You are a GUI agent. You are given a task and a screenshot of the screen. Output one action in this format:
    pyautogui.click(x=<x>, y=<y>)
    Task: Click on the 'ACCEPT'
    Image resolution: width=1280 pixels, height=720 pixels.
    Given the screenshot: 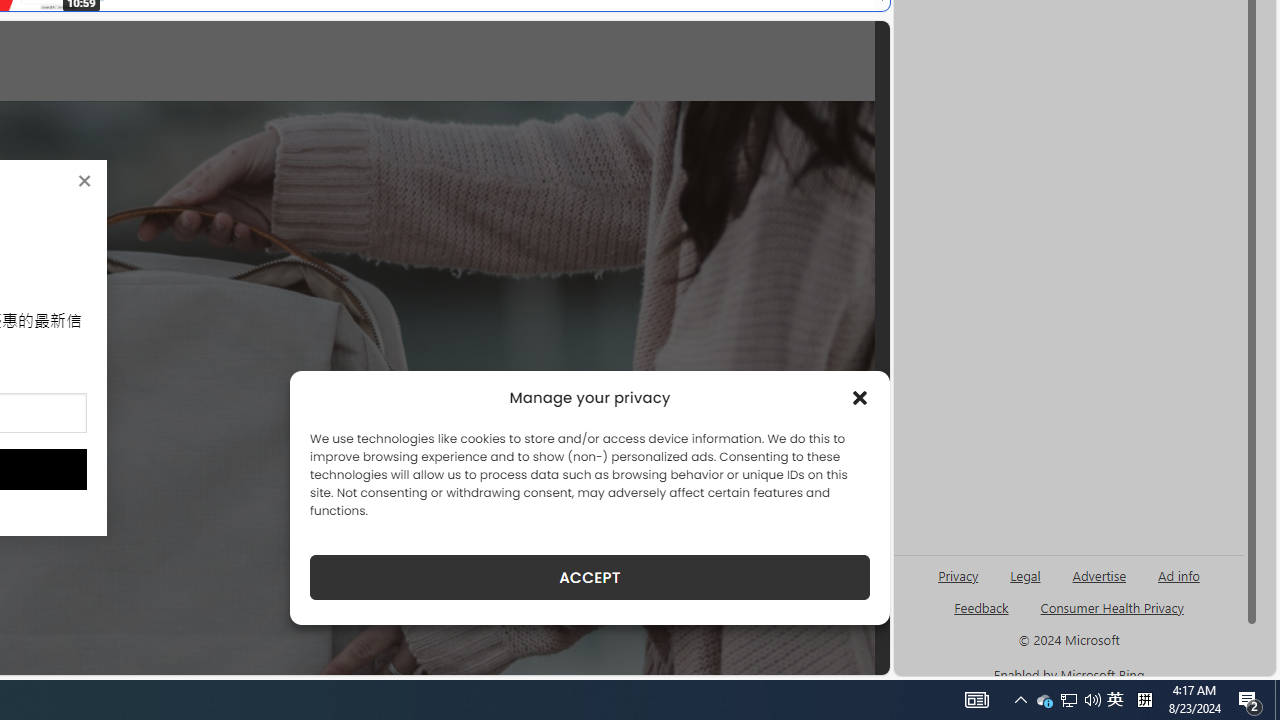 What is the action you would take?
    pyautogui.click(x=589, y=577)
    